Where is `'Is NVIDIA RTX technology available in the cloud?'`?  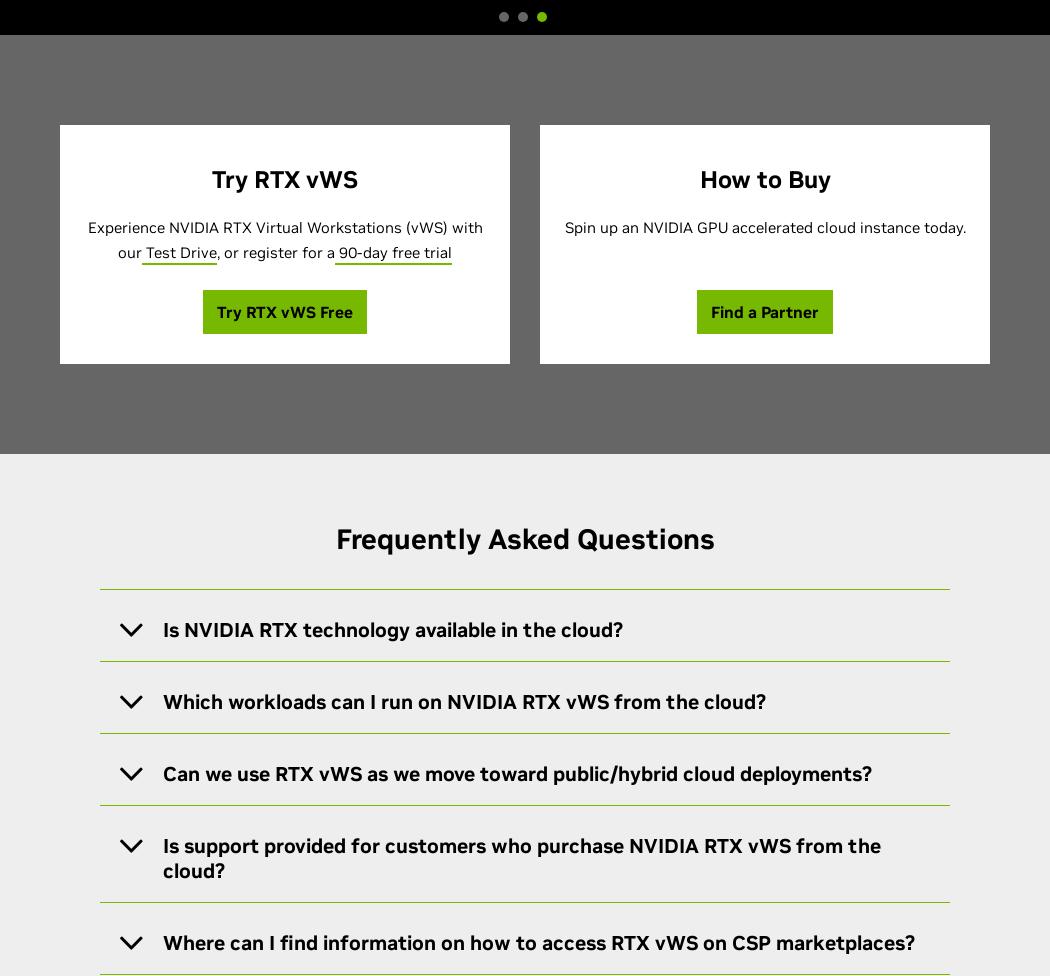 'Is NVIDIA RTX technology available in the cloud?' is located at coordinates (393, 629).